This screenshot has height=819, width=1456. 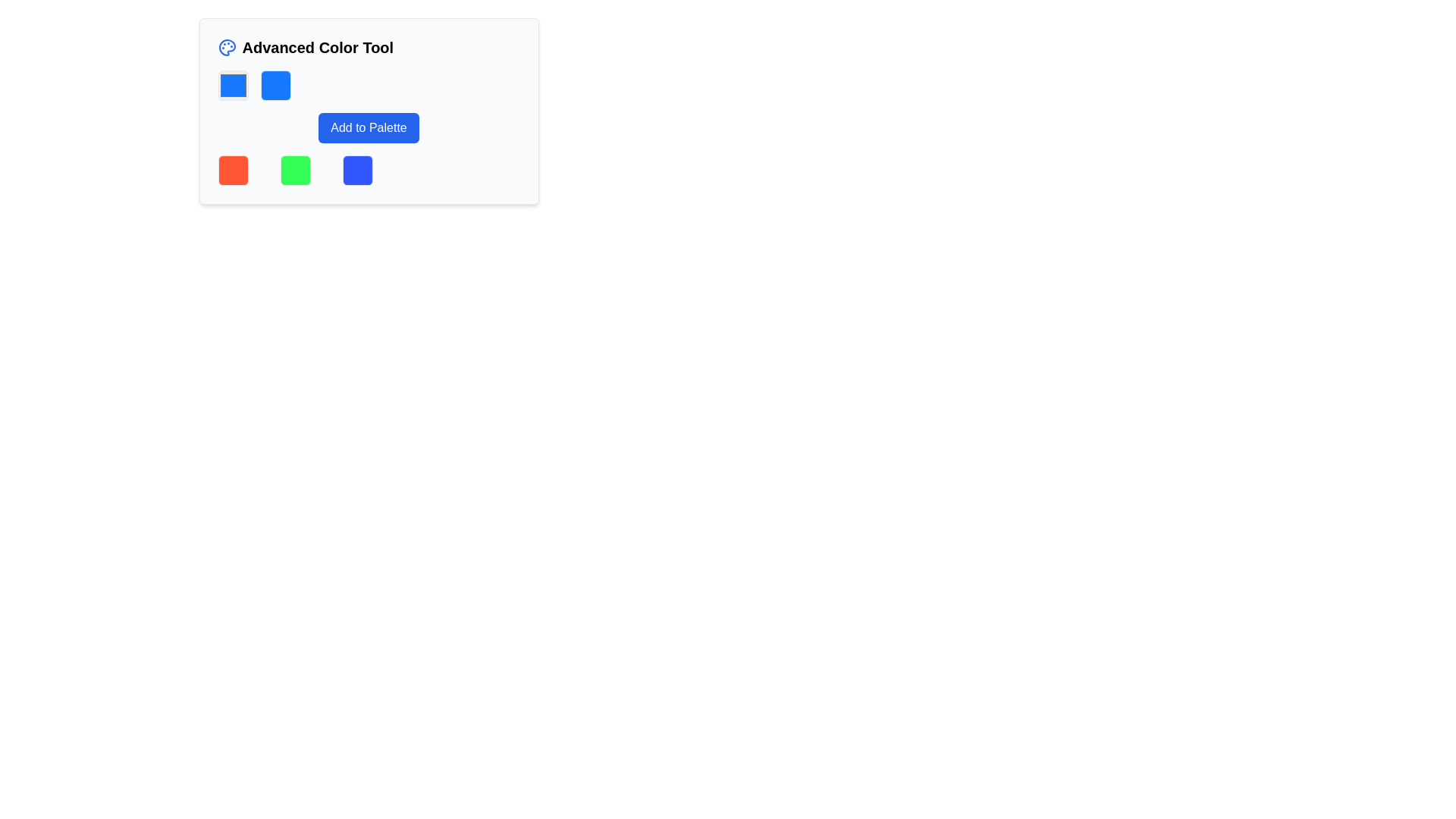 I want to click on the larger blue square in the Color Selector element for more detailed interaction or selection, so click(x=369, y=85).